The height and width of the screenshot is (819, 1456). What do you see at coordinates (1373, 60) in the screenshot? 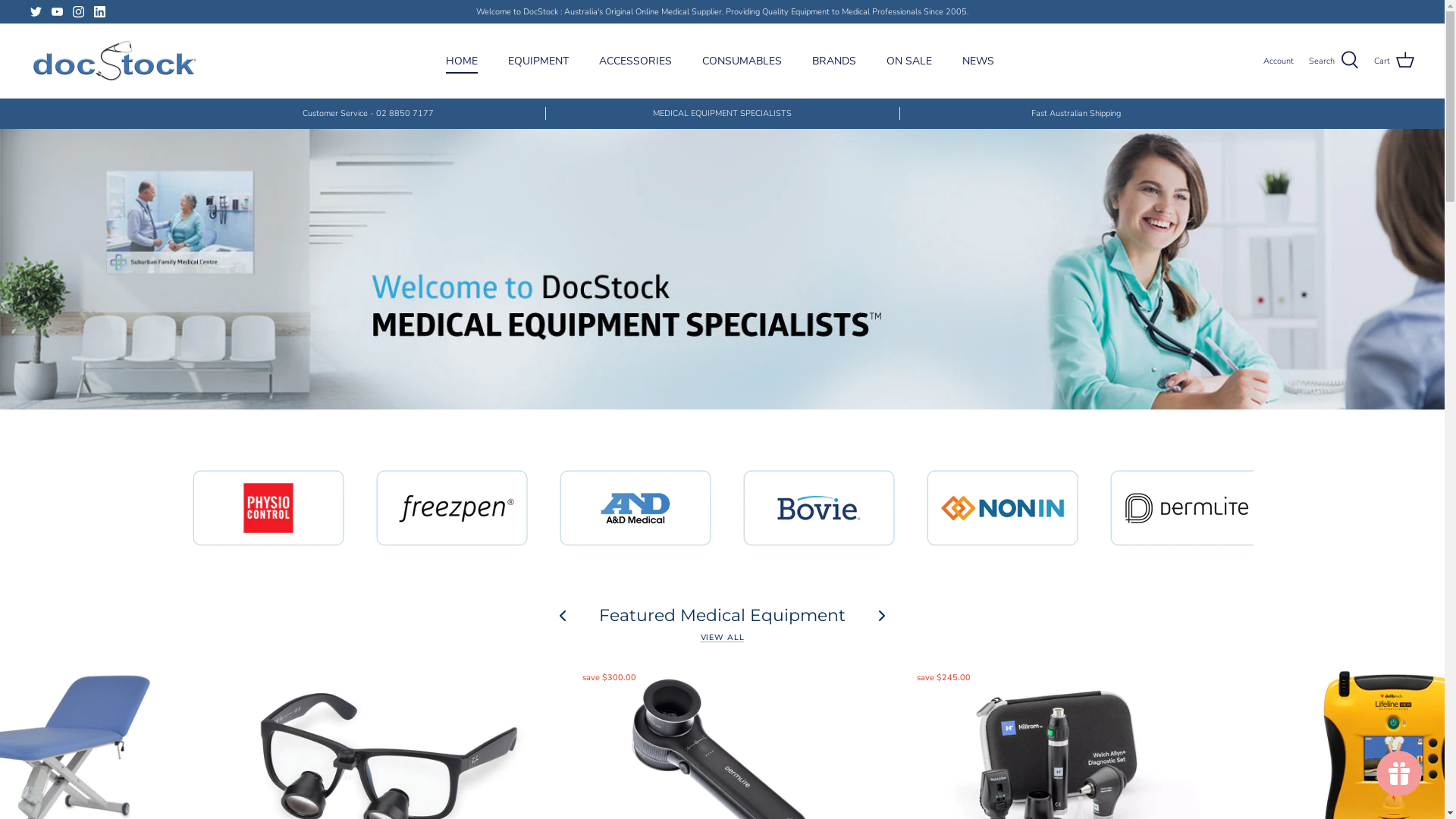
I see `'Cart'` at bounding box center [1373, 60].